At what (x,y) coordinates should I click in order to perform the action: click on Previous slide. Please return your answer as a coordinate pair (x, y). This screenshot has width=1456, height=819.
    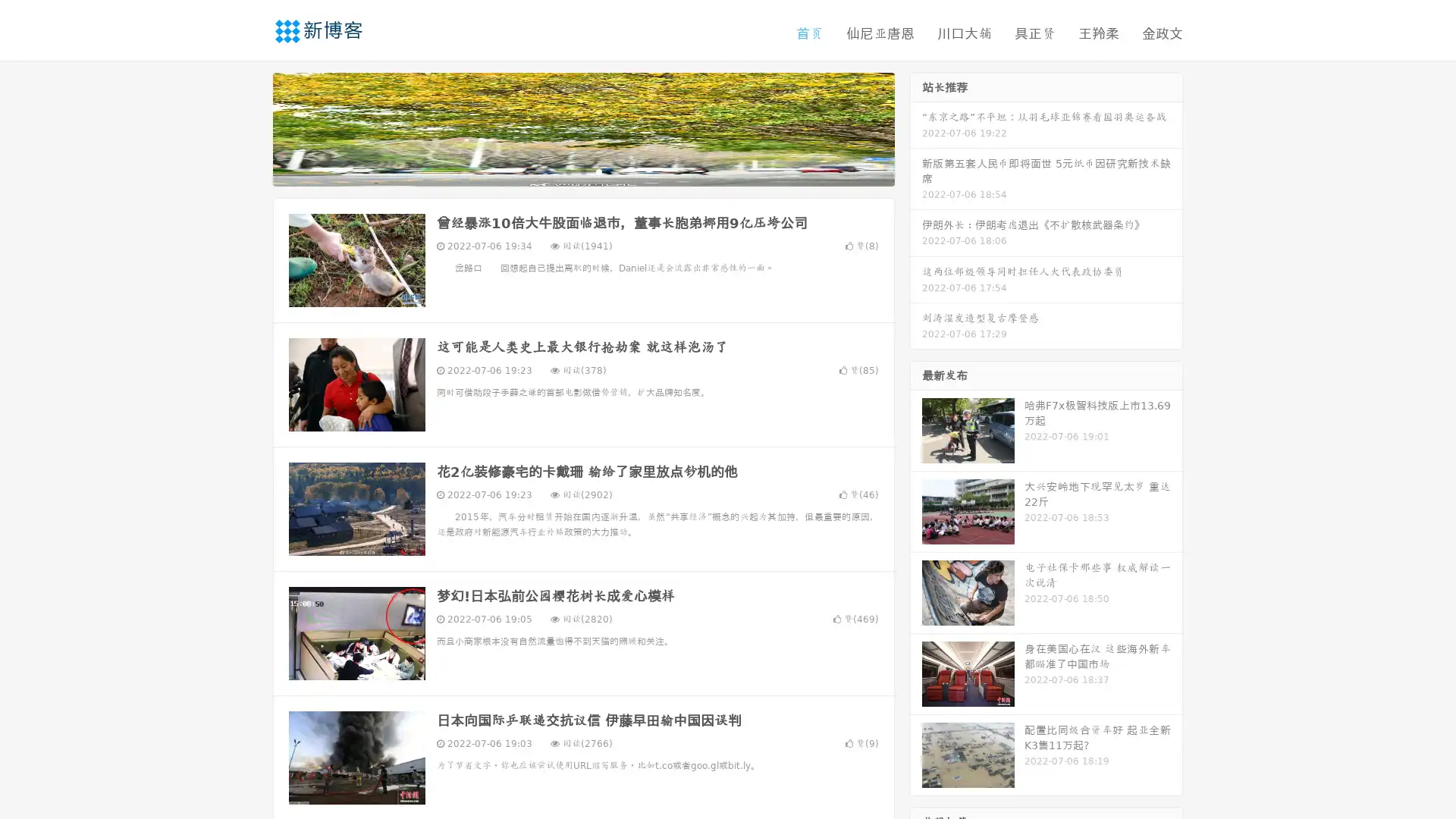
    Looking at the image, I should click on (250, 127).